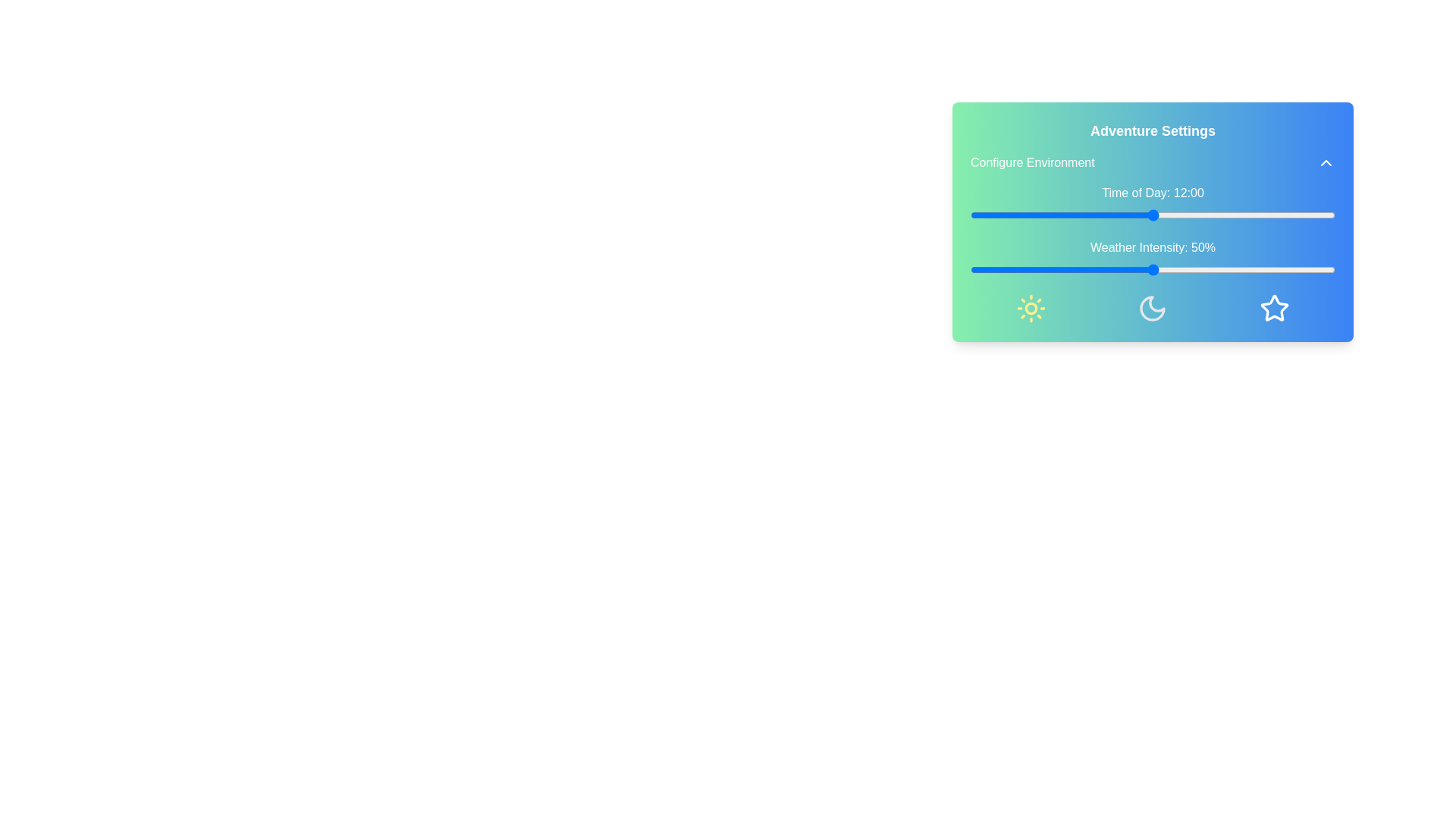 The height and width of the screenshot is (819, 1456). What do you see at coordinates (1153, 268) in the screenshot?
I see `the 'Weather Intensity' slider to 50%` at bounding box center [1153, 268].